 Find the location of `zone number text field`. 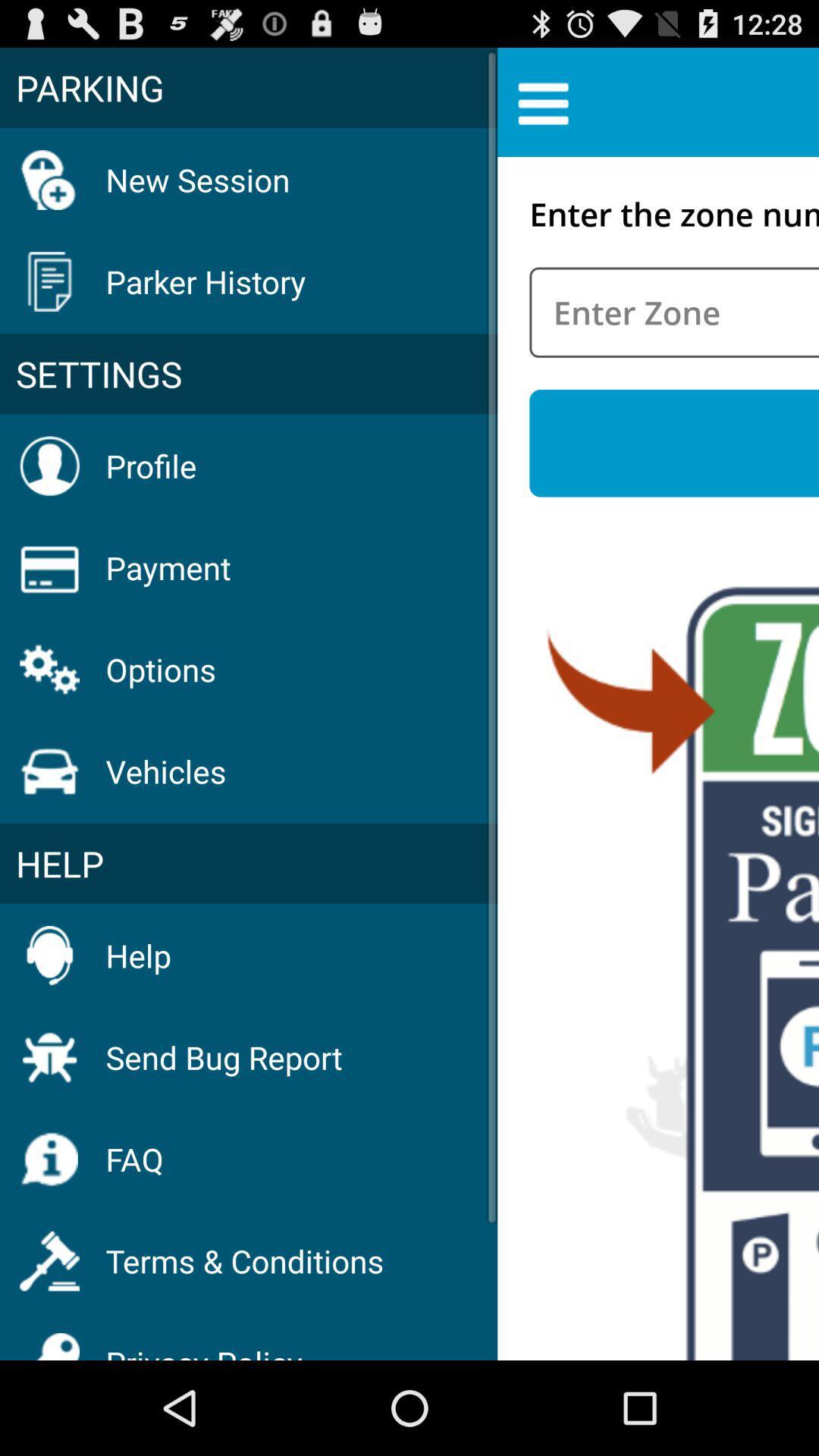

zone number text field is located at coordinates (673, 312).